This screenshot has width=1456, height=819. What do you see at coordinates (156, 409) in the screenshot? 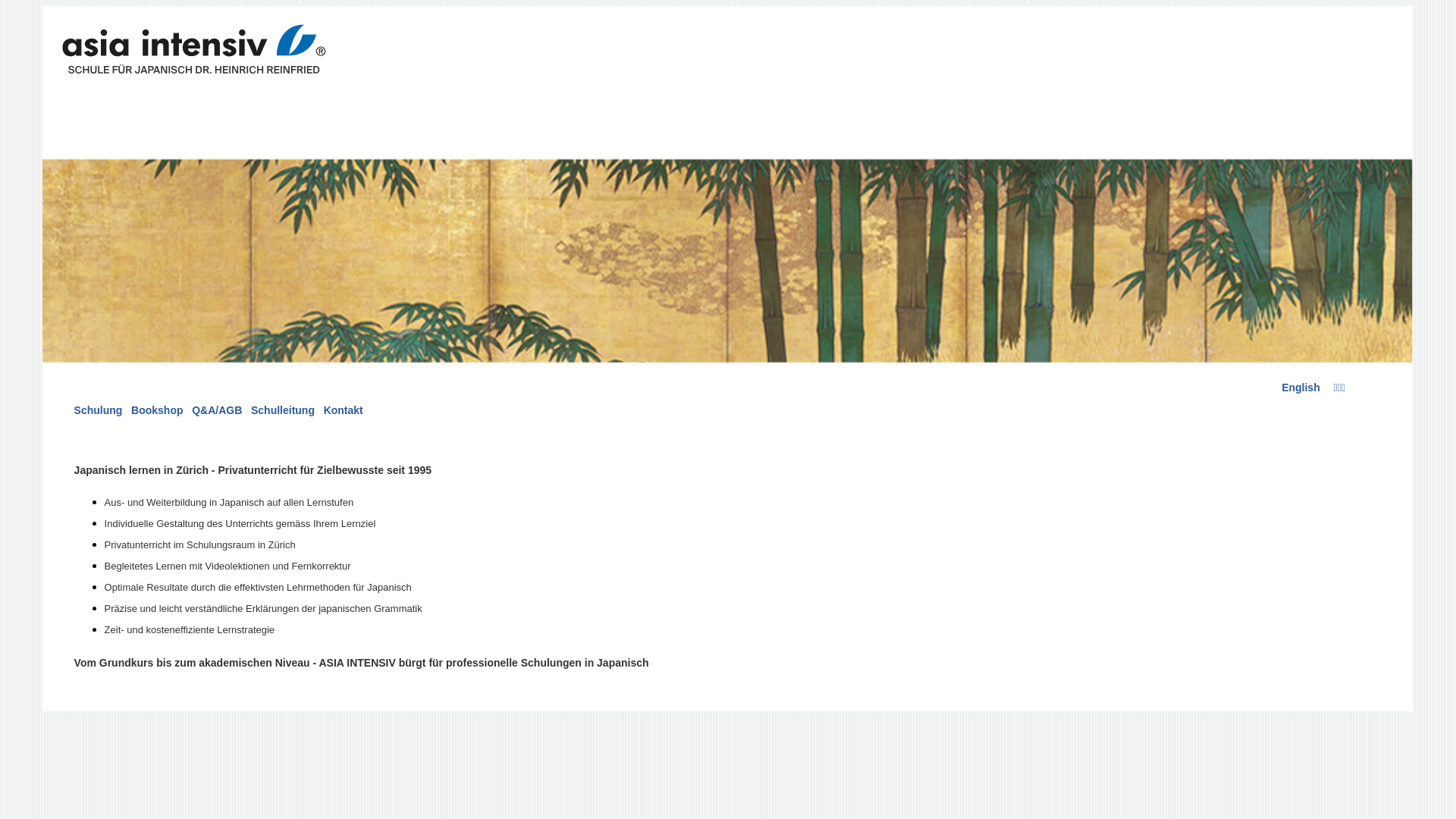
I see `'Bookshop'` at bounding box center [156, 409].